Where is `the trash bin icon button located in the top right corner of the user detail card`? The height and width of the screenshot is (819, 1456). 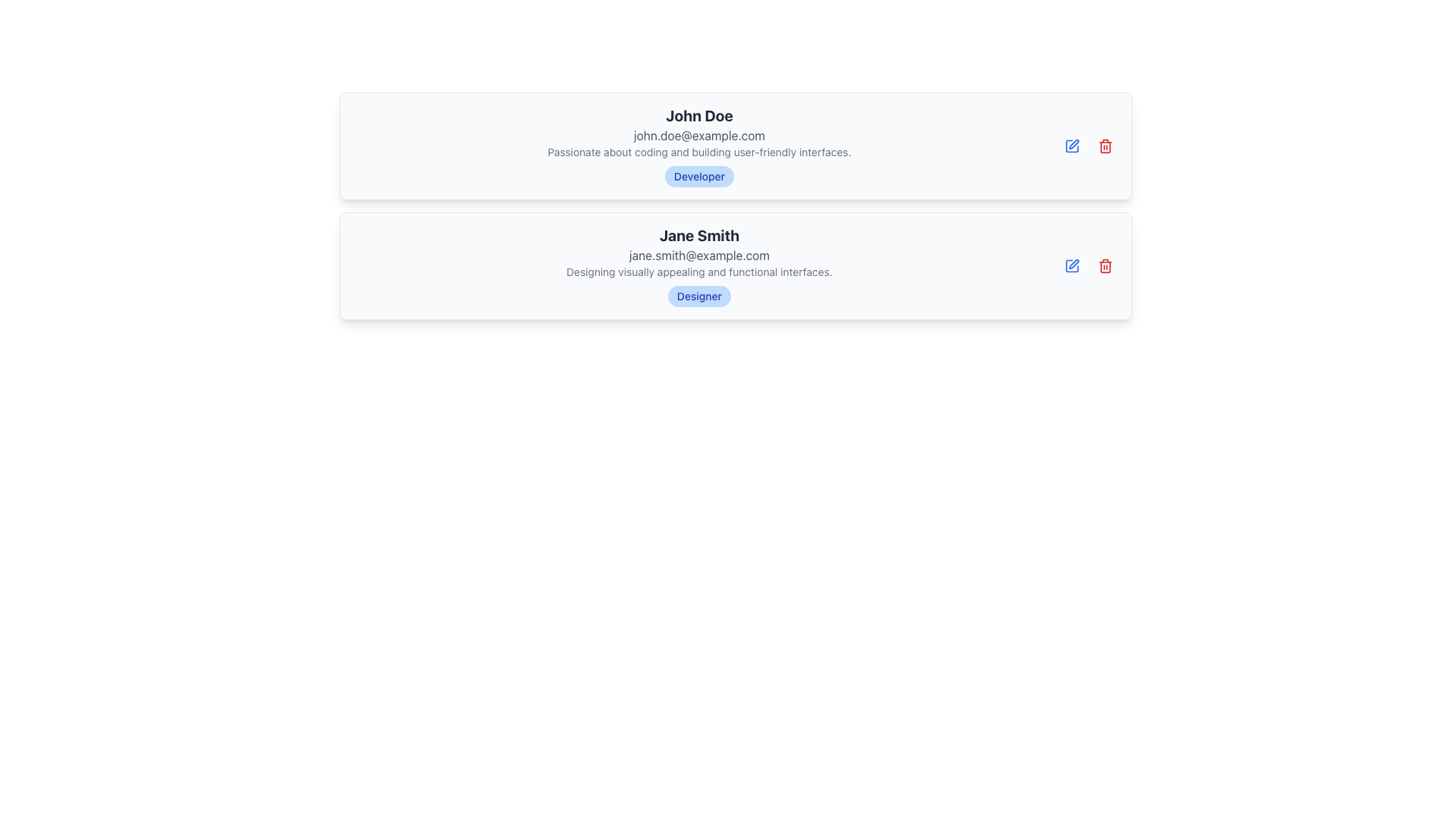 the trash bin icon button located in the top right corner of the user detail card is located at coordinates (1106, 265).